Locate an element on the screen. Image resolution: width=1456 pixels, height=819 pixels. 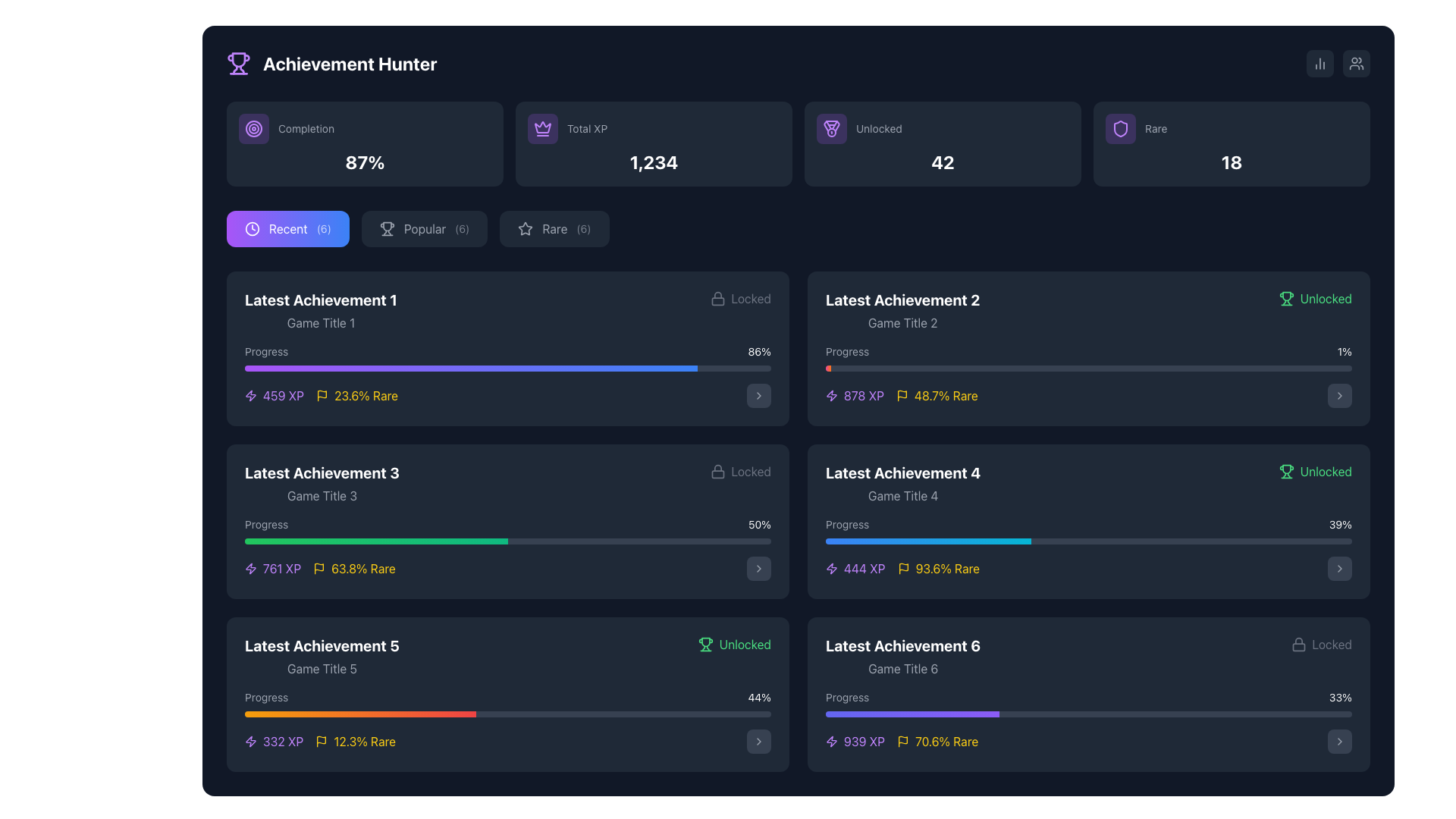
the text label that describes the progress percentage of an achievement, specifically labeled 'Progress', located under the 'Latest Achievement 3' block is located at coordinates (266, 523).